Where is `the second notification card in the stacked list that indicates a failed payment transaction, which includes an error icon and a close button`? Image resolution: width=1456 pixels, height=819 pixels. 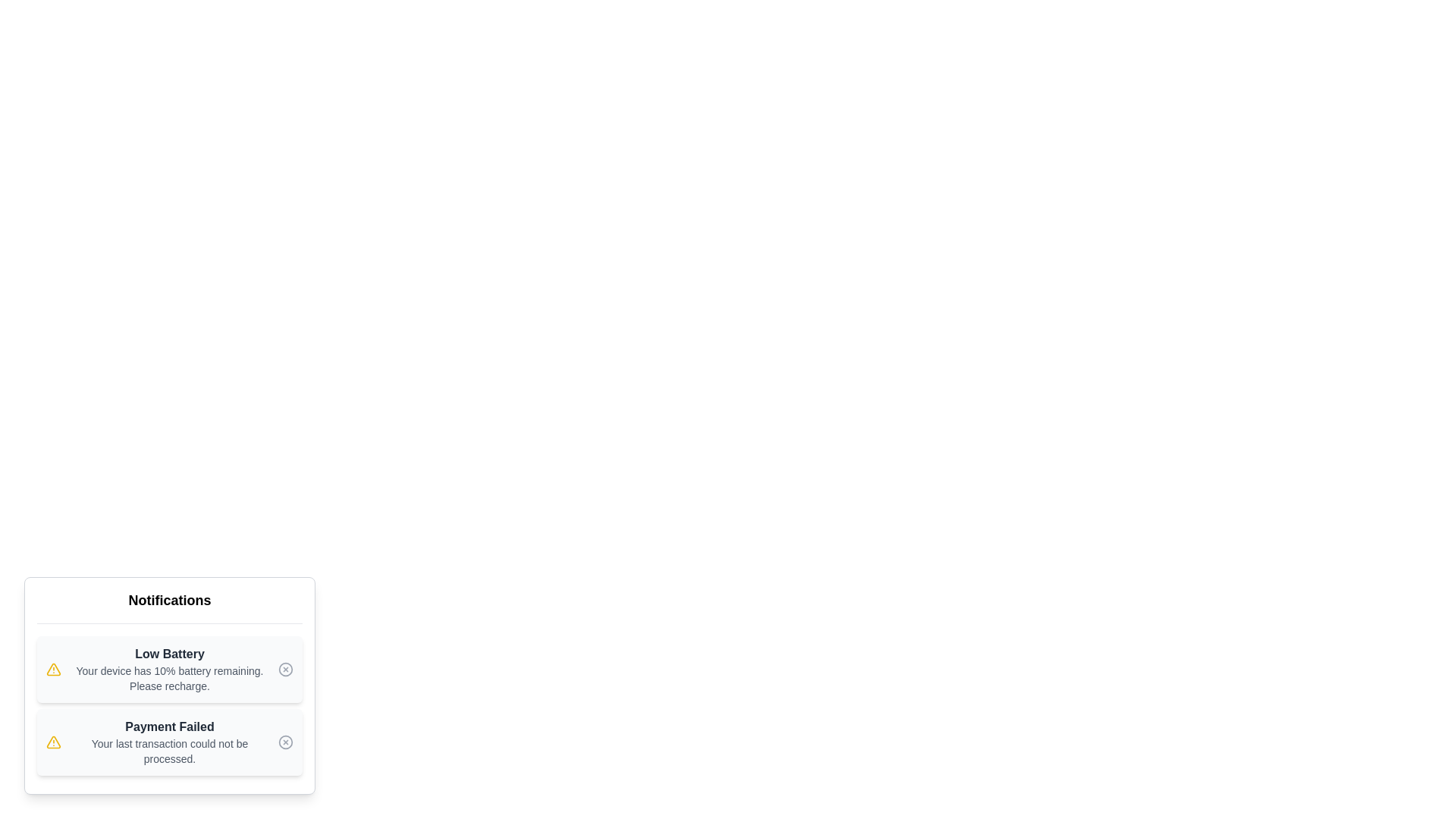 the second notification card in the stacked list that indicates a failed payment transaction, which includes an error icon and a close button is located at coordinates (170, 742).